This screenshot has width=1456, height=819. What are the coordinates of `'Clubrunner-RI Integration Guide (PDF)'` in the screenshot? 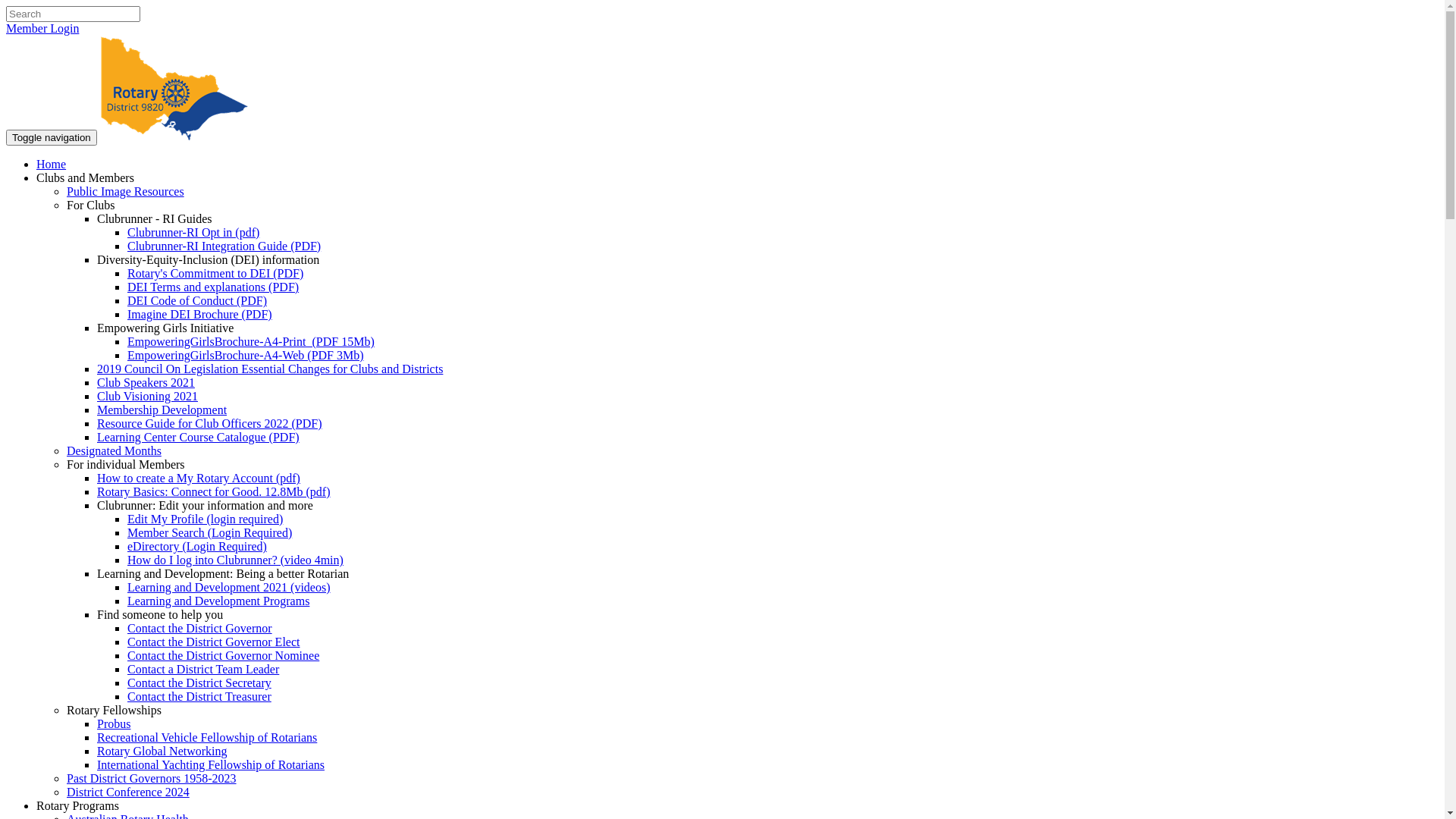 It's located at (223, 245).